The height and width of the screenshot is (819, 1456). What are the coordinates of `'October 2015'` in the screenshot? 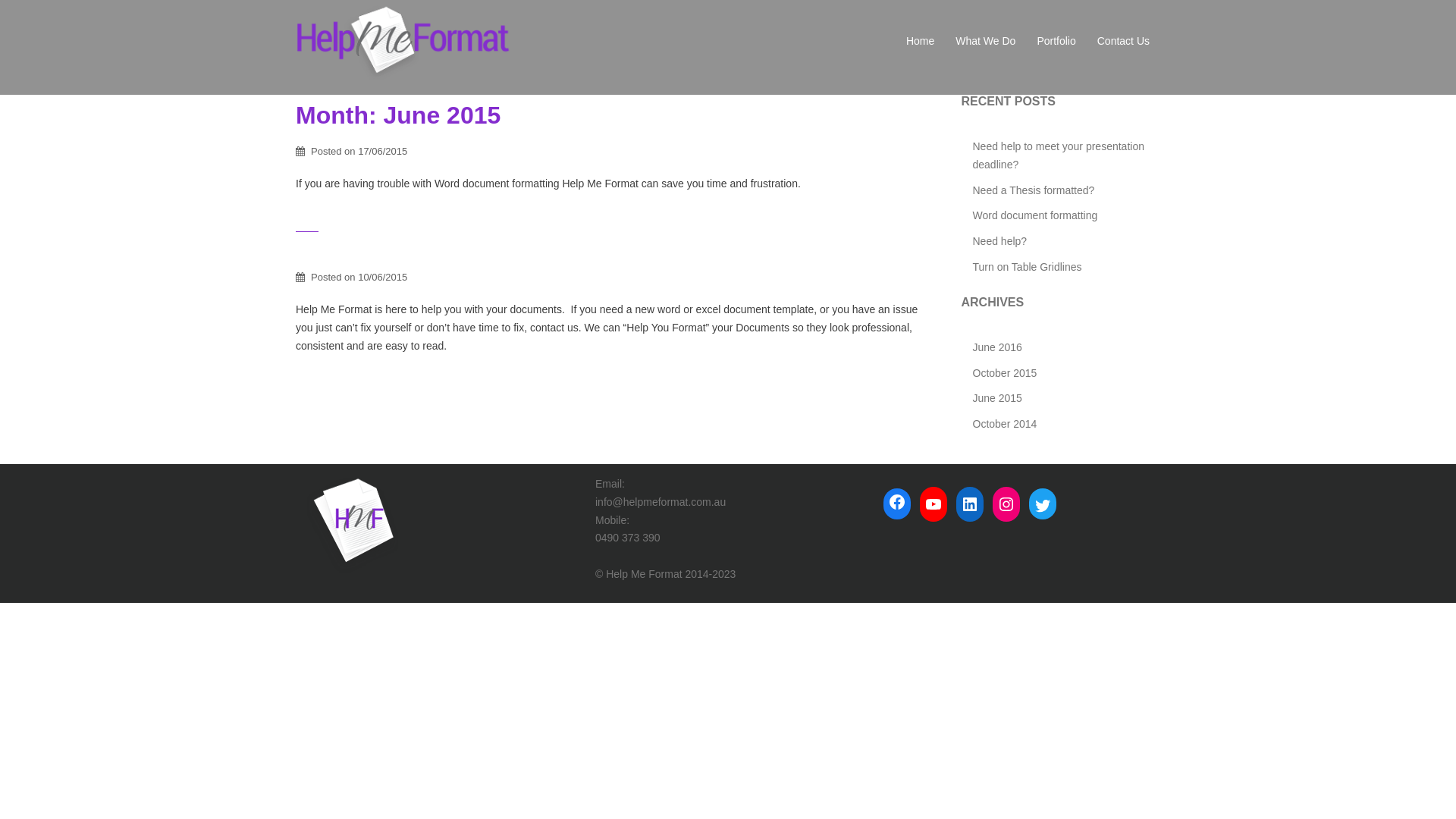 It's located at (971, 373).